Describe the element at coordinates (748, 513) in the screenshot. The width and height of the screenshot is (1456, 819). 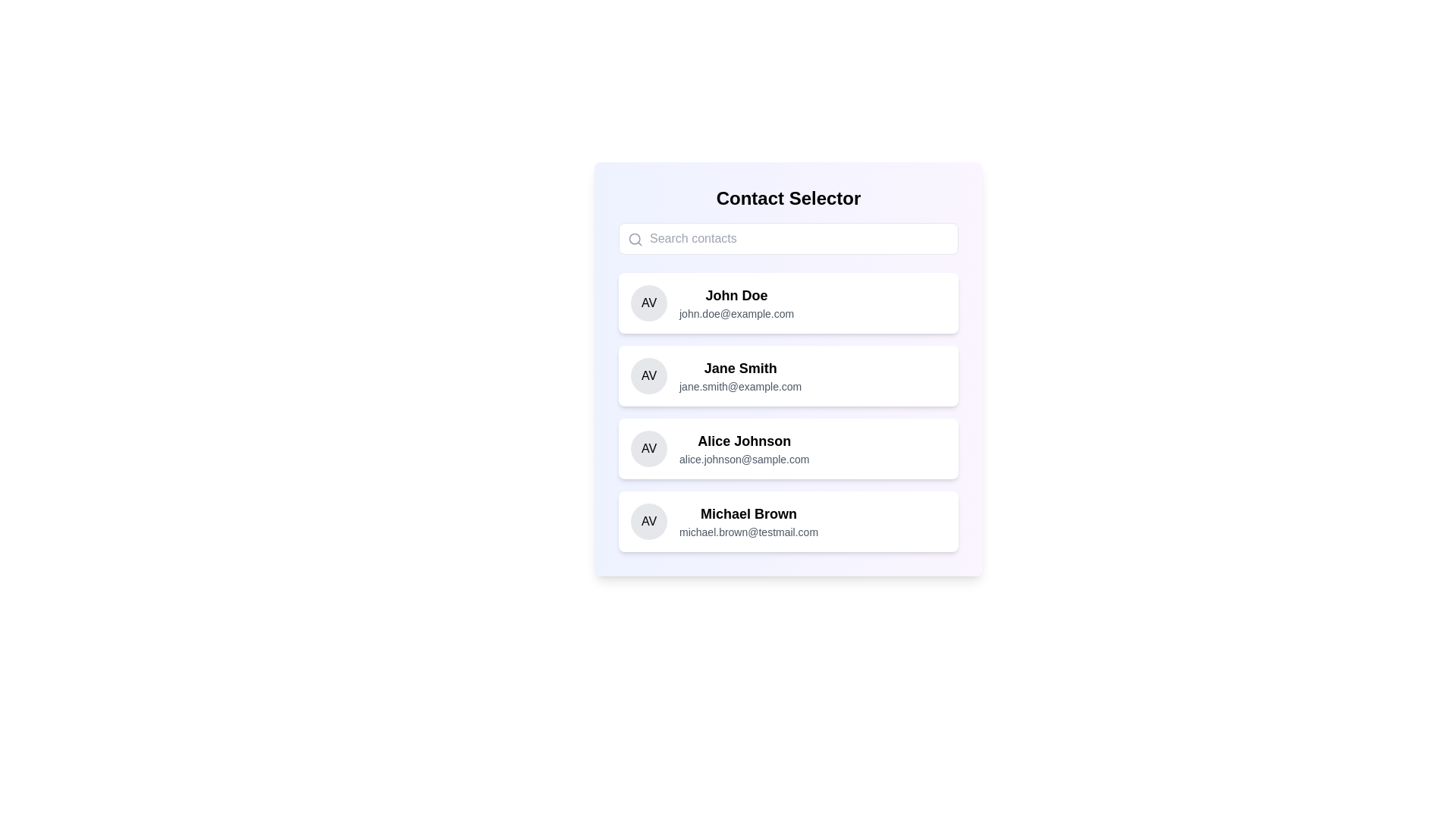
I see `the text label displaying 'Michael Brown', which is styled prominently in bold and is part of a contact card, positioned above the email address` at that location.